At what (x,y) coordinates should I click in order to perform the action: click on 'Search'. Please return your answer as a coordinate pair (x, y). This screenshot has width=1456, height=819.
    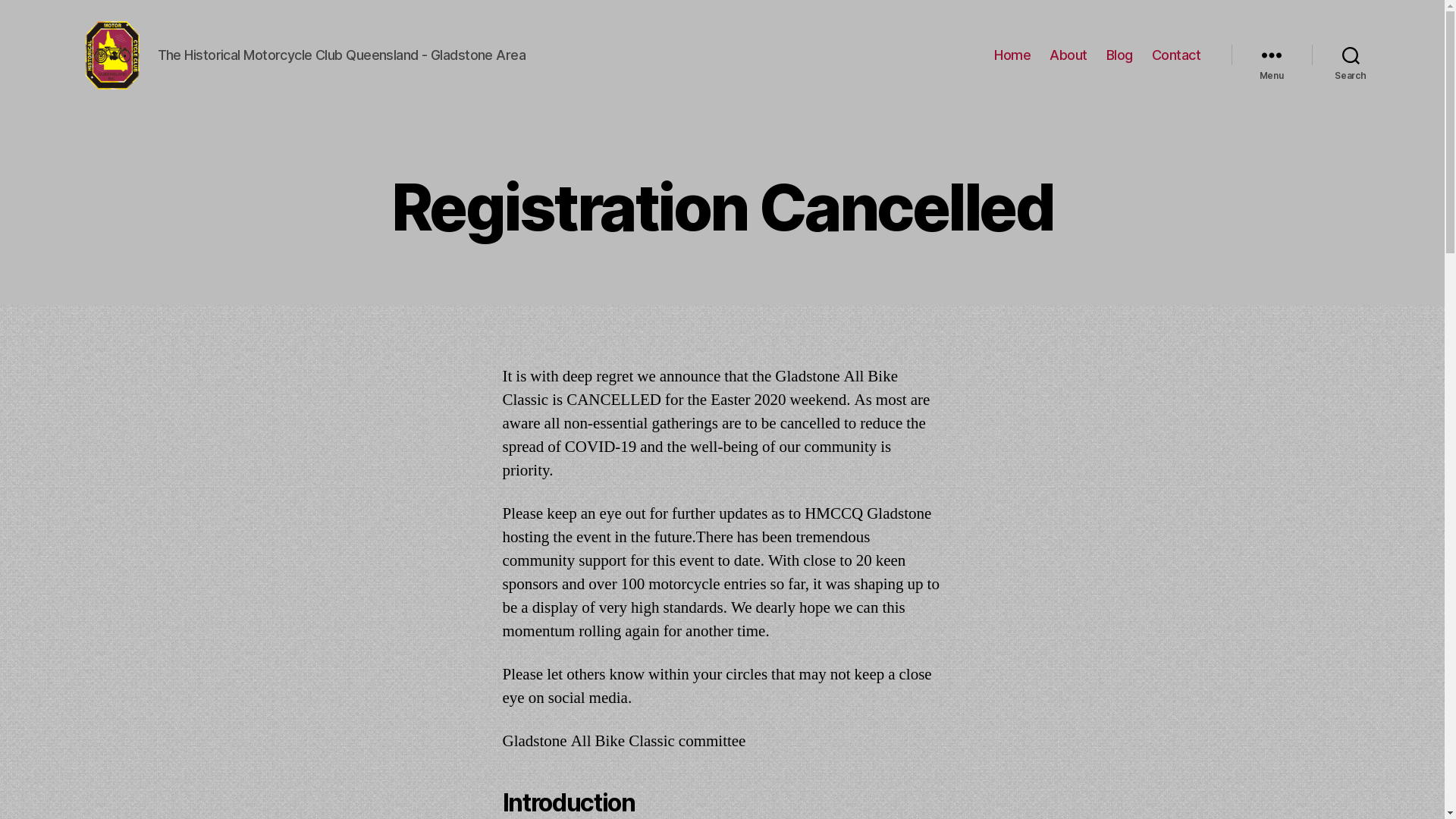
    Looking at the image, I should click on (1351, 55).